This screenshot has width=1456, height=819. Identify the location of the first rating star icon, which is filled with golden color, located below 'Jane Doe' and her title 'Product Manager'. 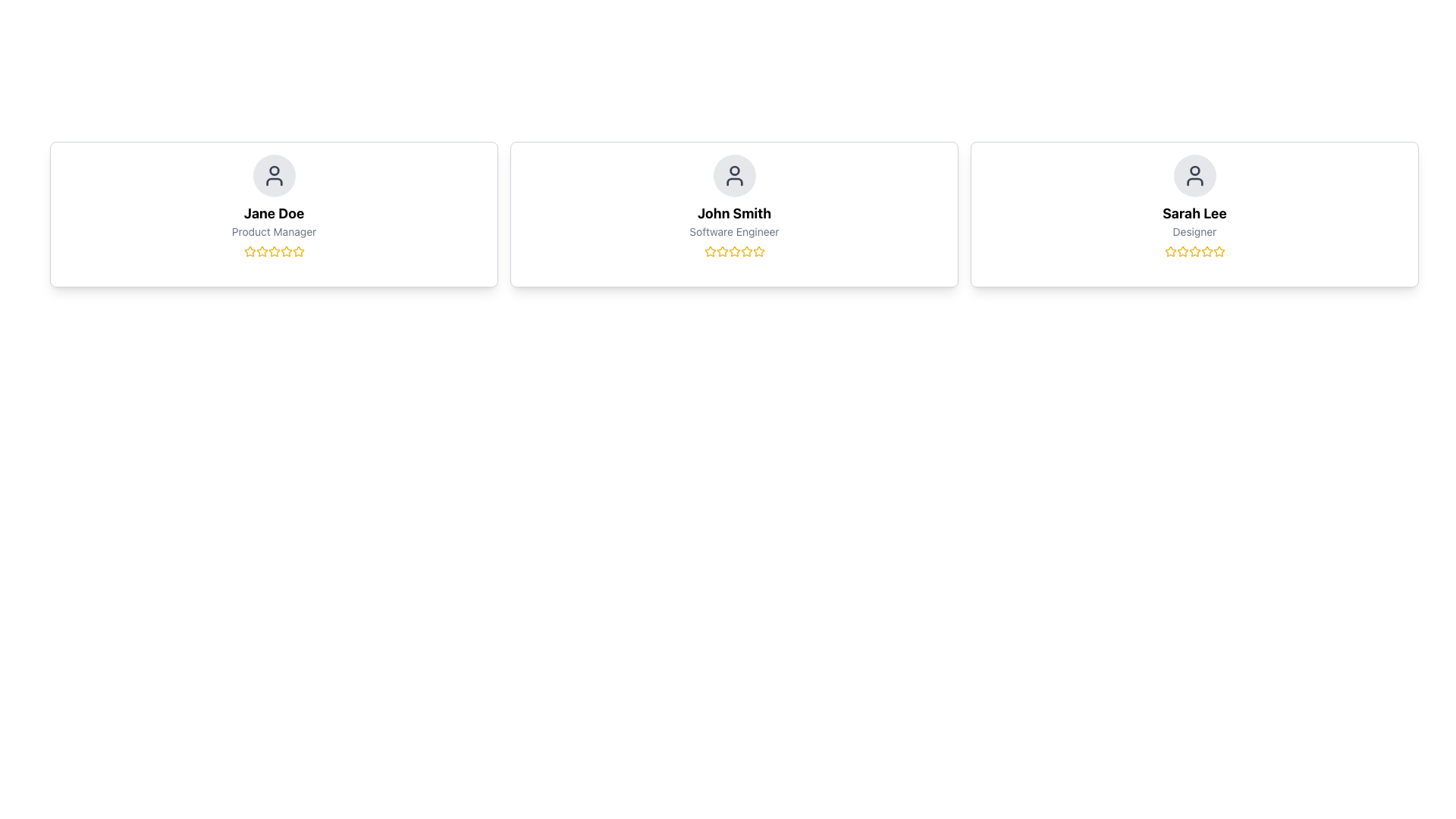
(262, 250).